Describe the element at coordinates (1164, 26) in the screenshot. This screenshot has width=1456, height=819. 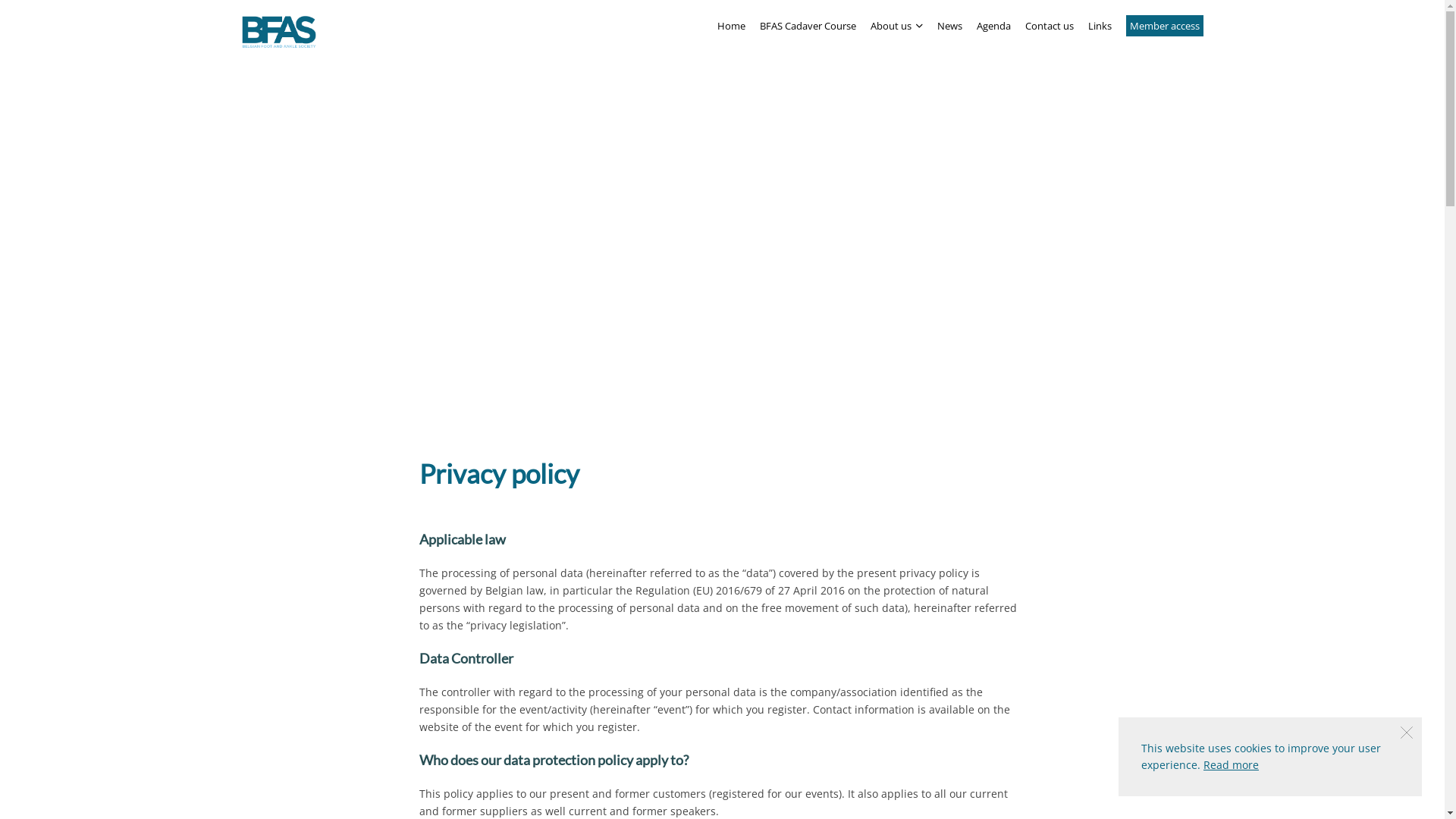
I see `'Member access'` at that location.